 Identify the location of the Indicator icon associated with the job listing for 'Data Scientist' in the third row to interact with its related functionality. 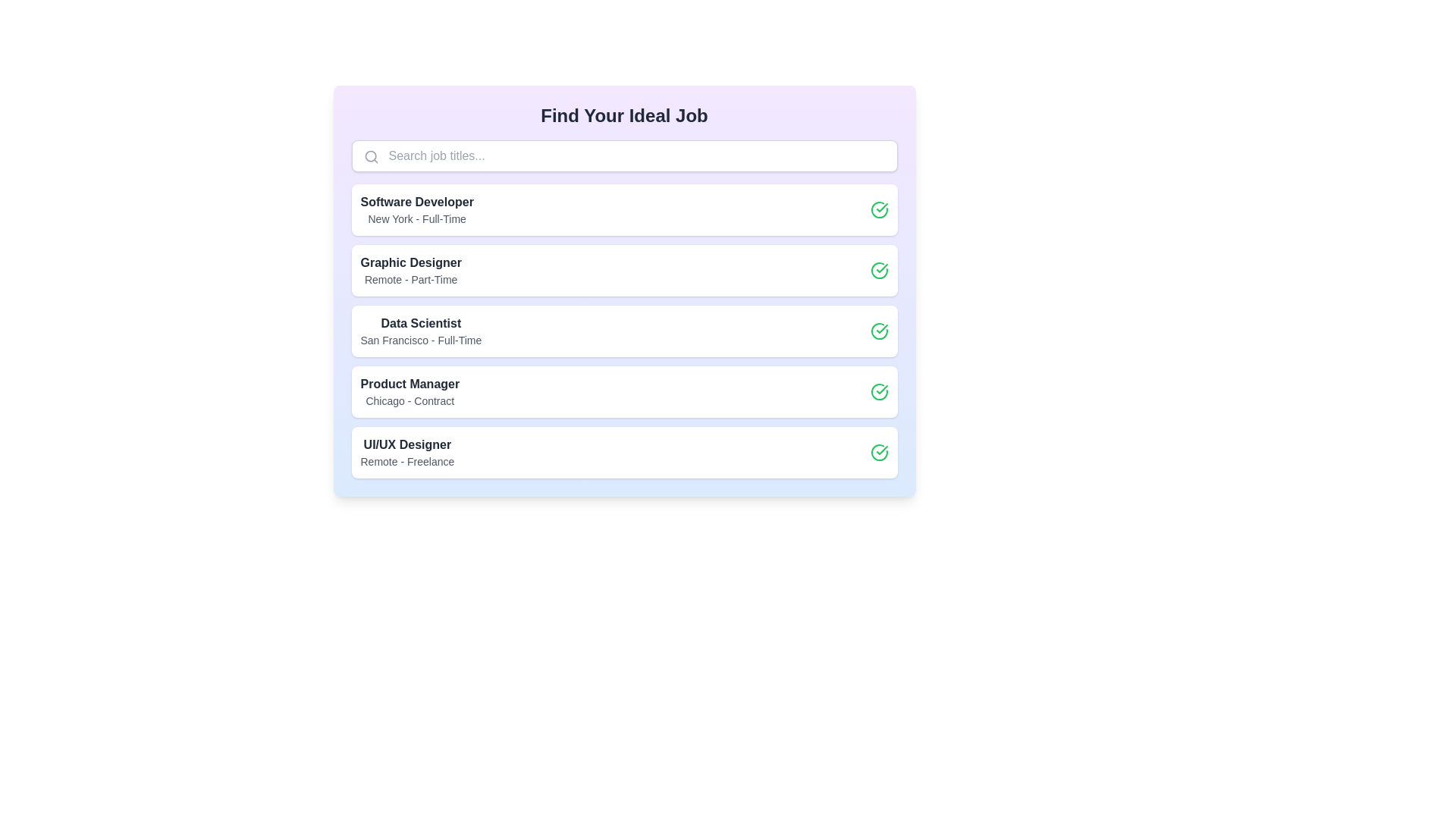
(879, 330).